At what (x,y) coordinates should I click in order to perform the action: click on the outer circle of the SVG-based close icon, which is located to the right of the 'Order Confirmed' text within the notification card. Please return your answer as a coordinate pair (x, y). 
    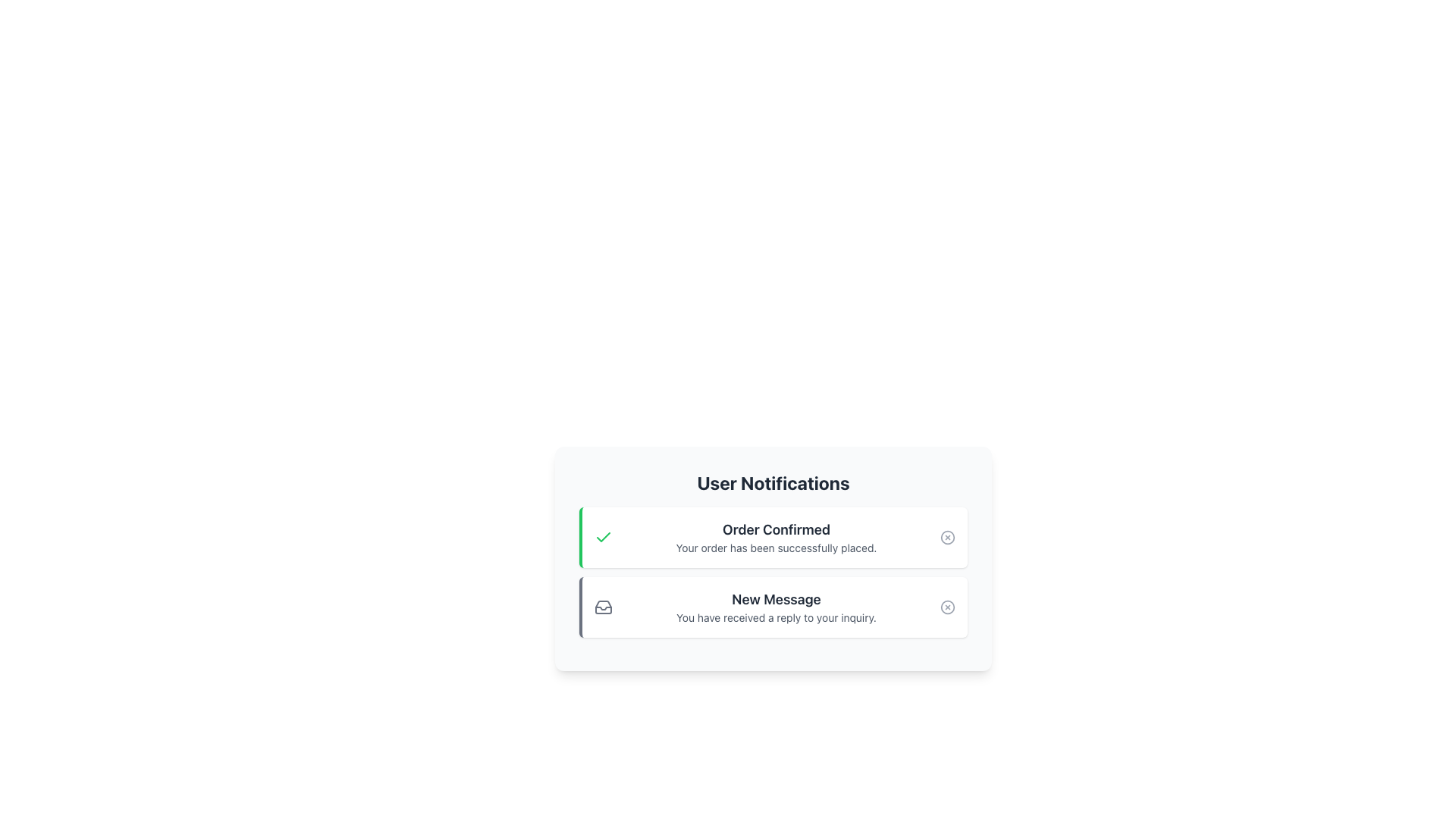
    Looking at the image, I should click on (946, 537).